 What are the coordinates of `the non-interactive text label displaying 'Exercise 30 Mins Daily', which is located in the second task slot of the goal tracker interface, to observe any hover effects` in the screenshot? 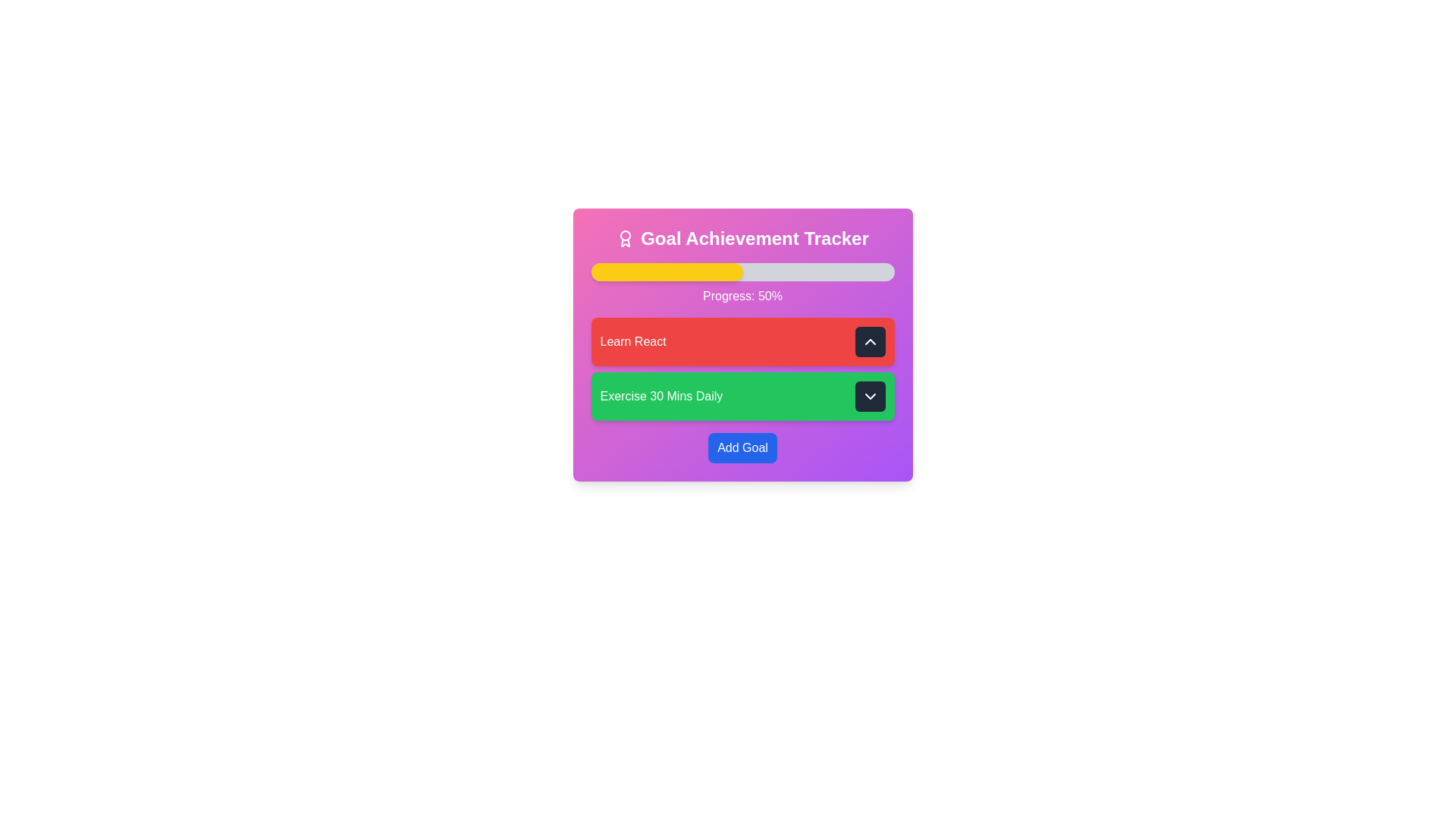 It's located at (661, 396).